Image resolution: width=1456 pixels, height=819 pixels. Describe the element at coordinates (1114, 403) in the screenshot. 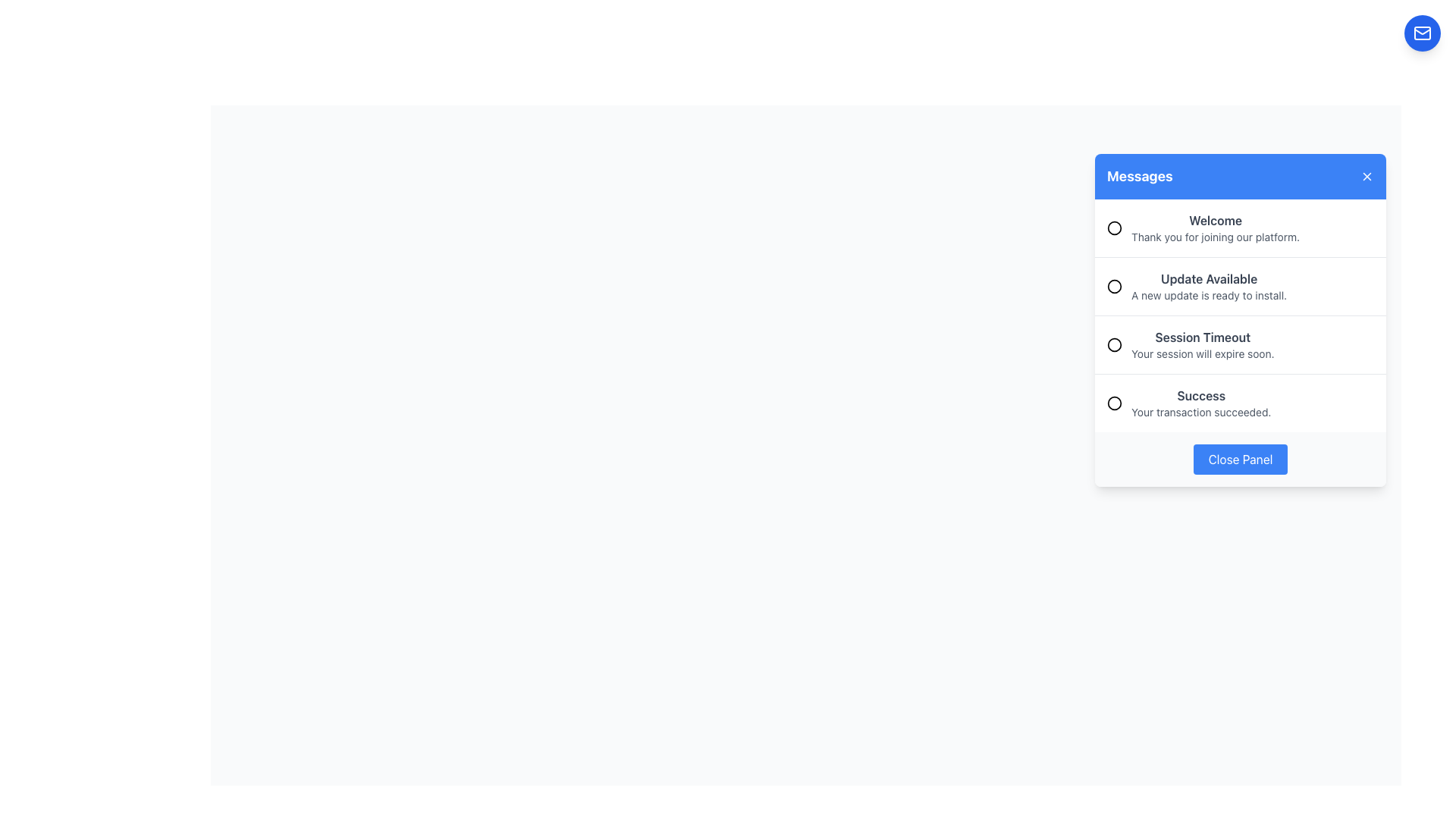

I see `the circular green icon located to the left of the 'Success' message text in the Messages panel` at that location.